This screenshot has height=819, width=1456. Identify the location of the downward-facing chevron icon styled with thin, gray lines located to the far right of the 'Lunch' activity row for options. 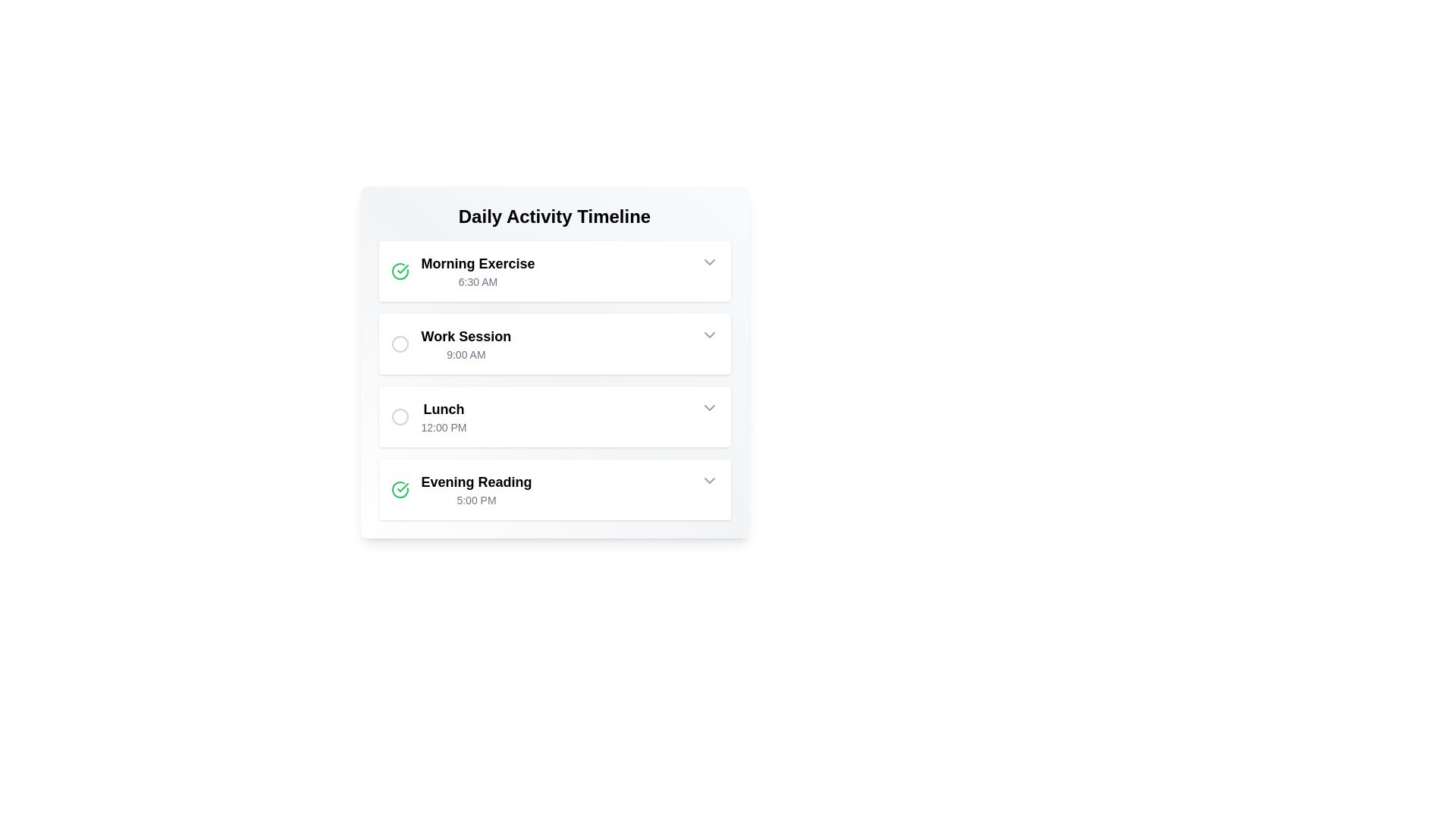
(708, 406).